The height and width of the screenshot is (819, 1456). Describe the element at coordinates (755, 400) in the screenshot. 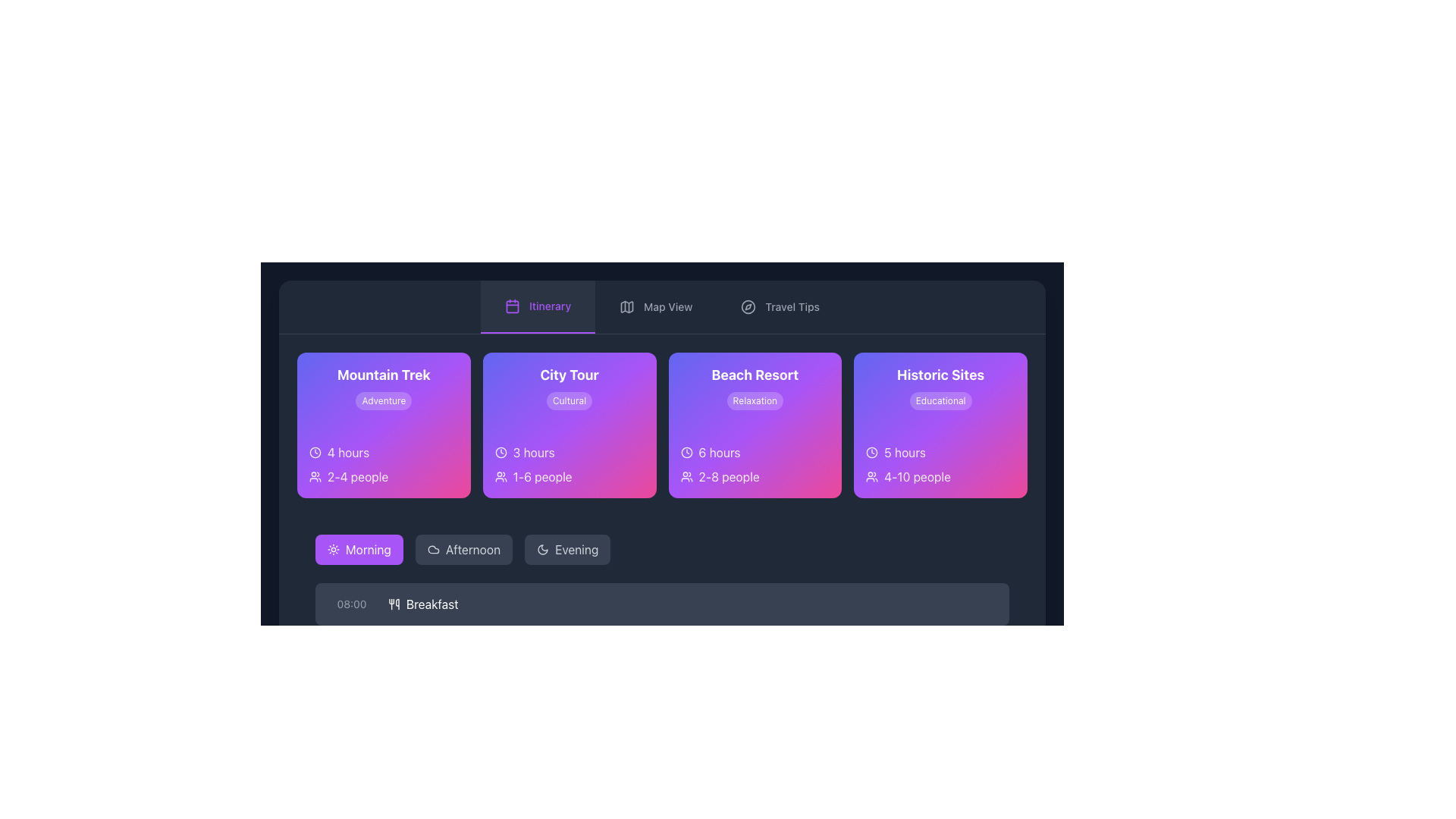

I see `the 'Relaxation' tag, which is a small pill-shaped label with rounded corners located within the 'Beach Resort' card` at that location.